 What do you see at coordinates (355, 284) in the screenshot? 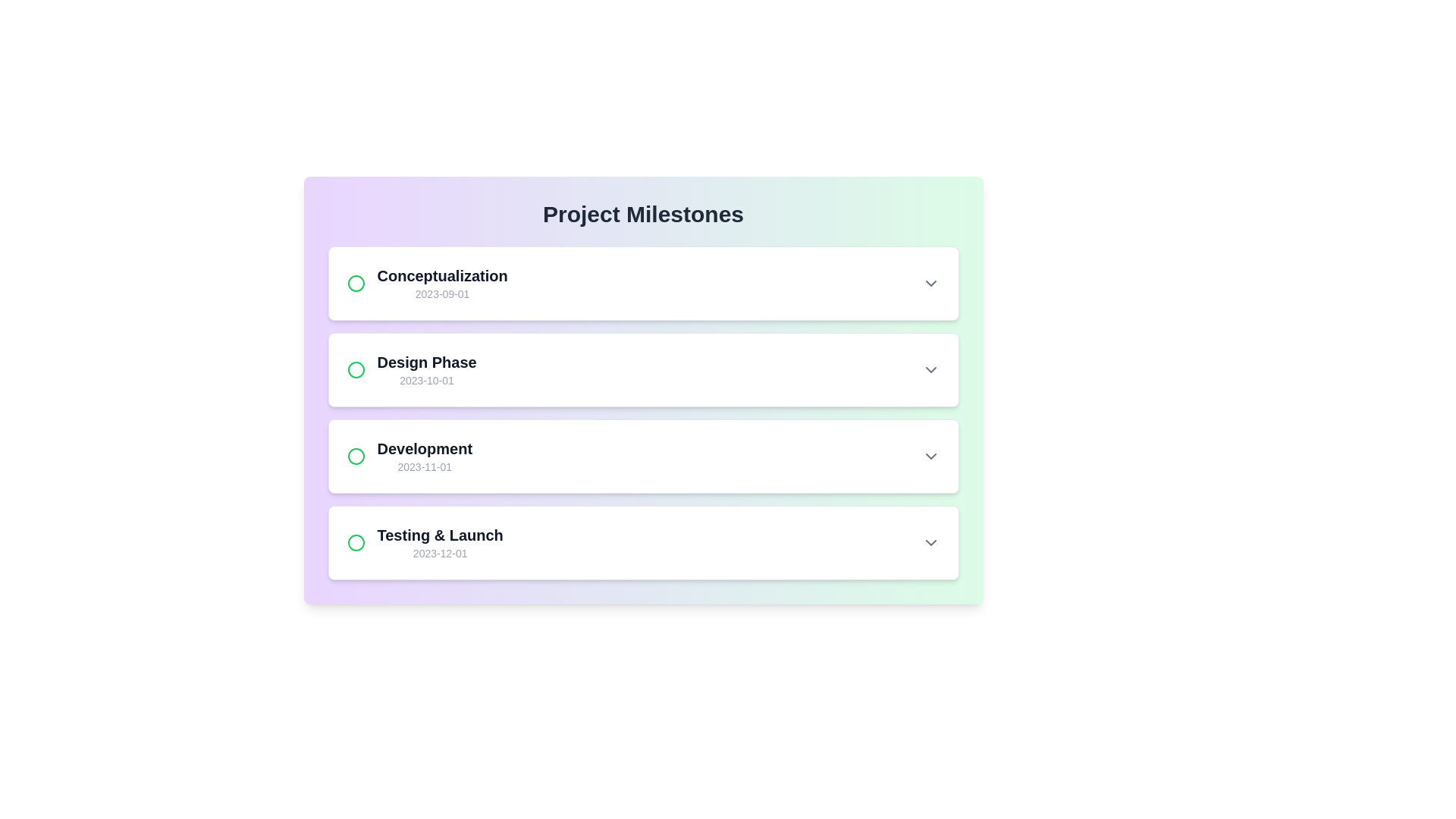
I see `the leading circular icon with a green border that precedes the text 'Conceptualization' in the 'Project Milestones' section to interact` at bounding box center [355, 284].